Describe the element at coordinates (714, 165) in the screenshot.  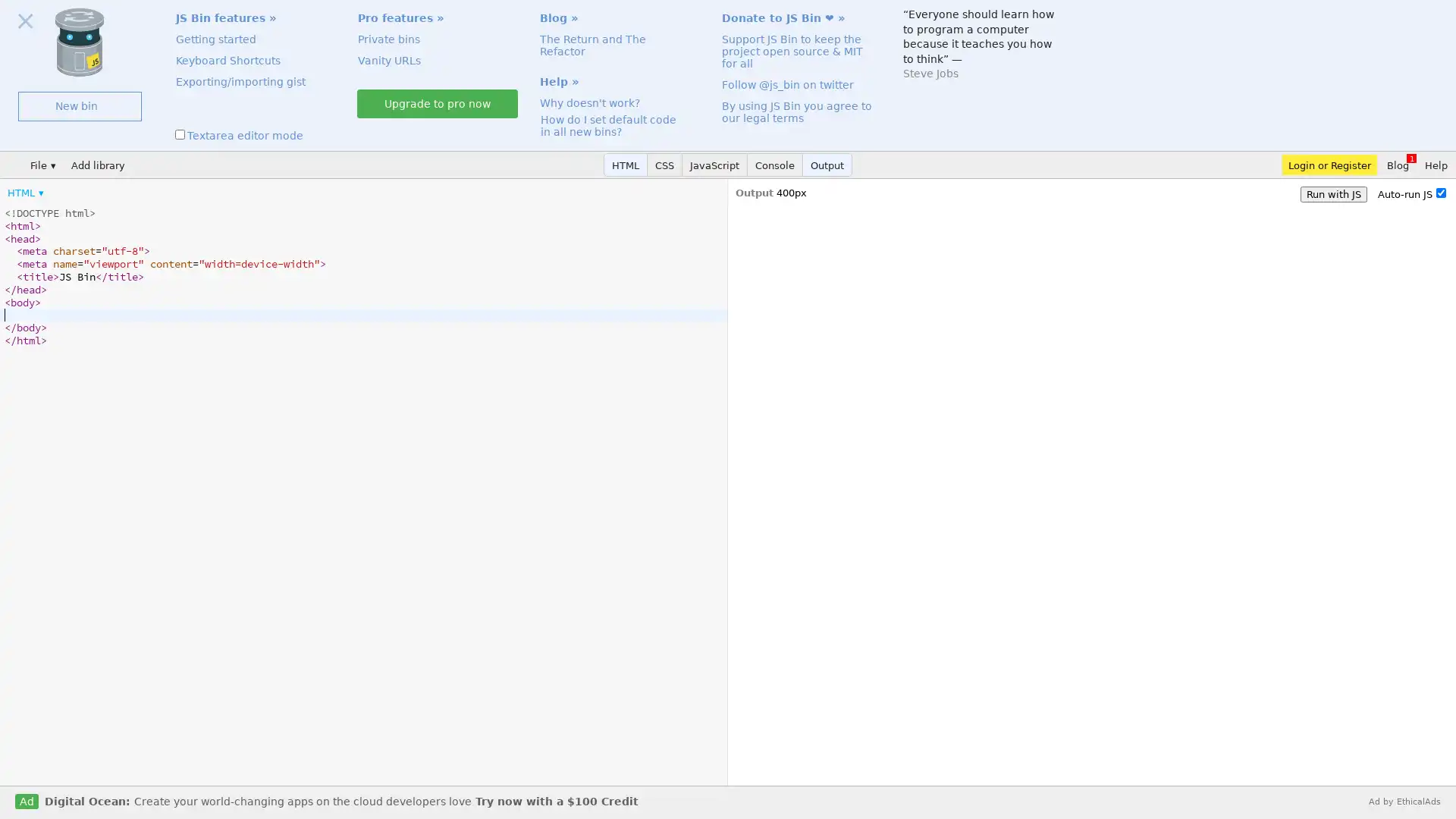
I see `JavaScript Panel: Inactive` at that location.